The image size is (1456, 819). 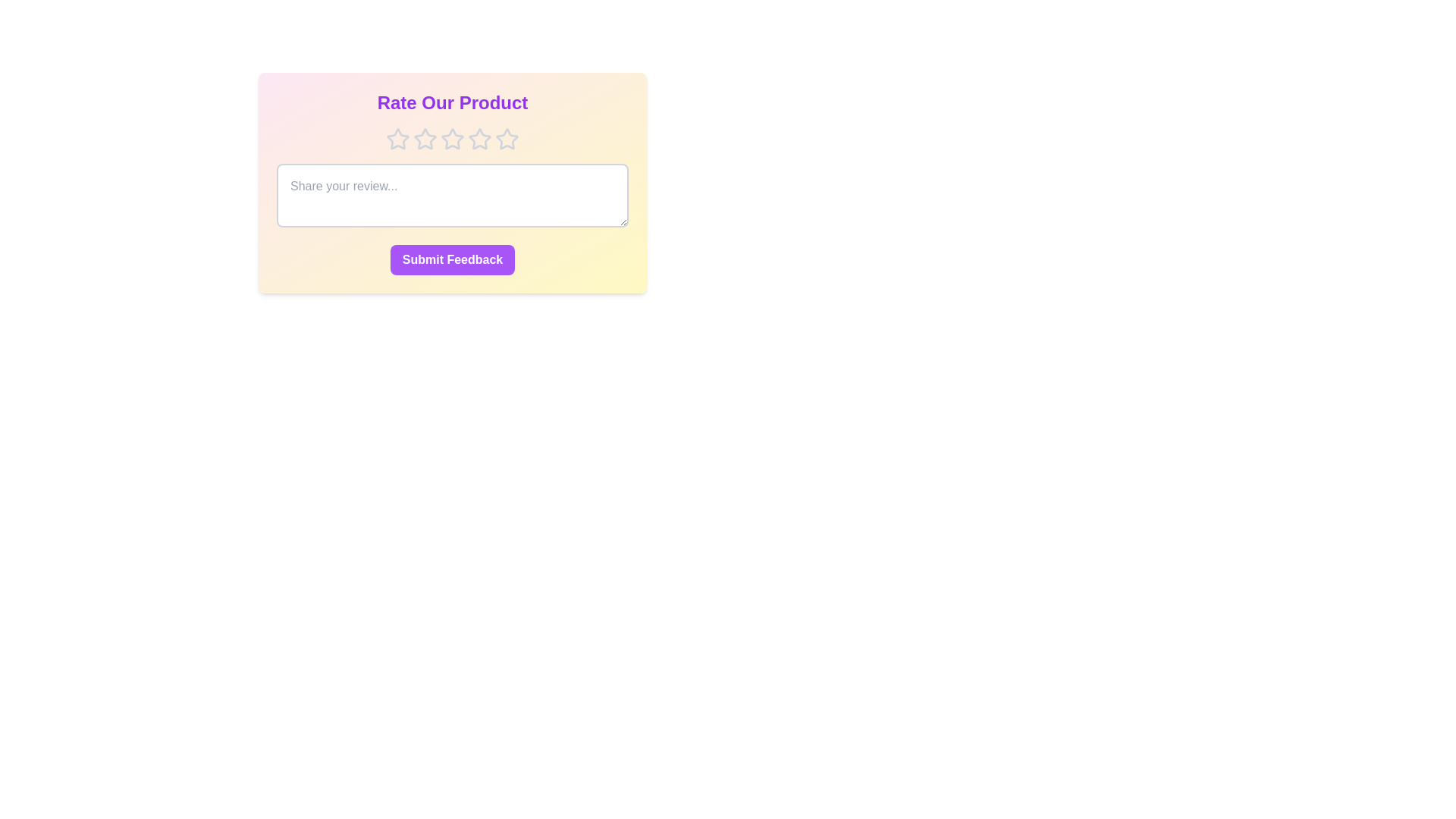 What do you see at coordinates (479, 140) in the screenshot?
I see `the star corresponding to 4 to preview the selection effect` at bounding box center [479, 140].